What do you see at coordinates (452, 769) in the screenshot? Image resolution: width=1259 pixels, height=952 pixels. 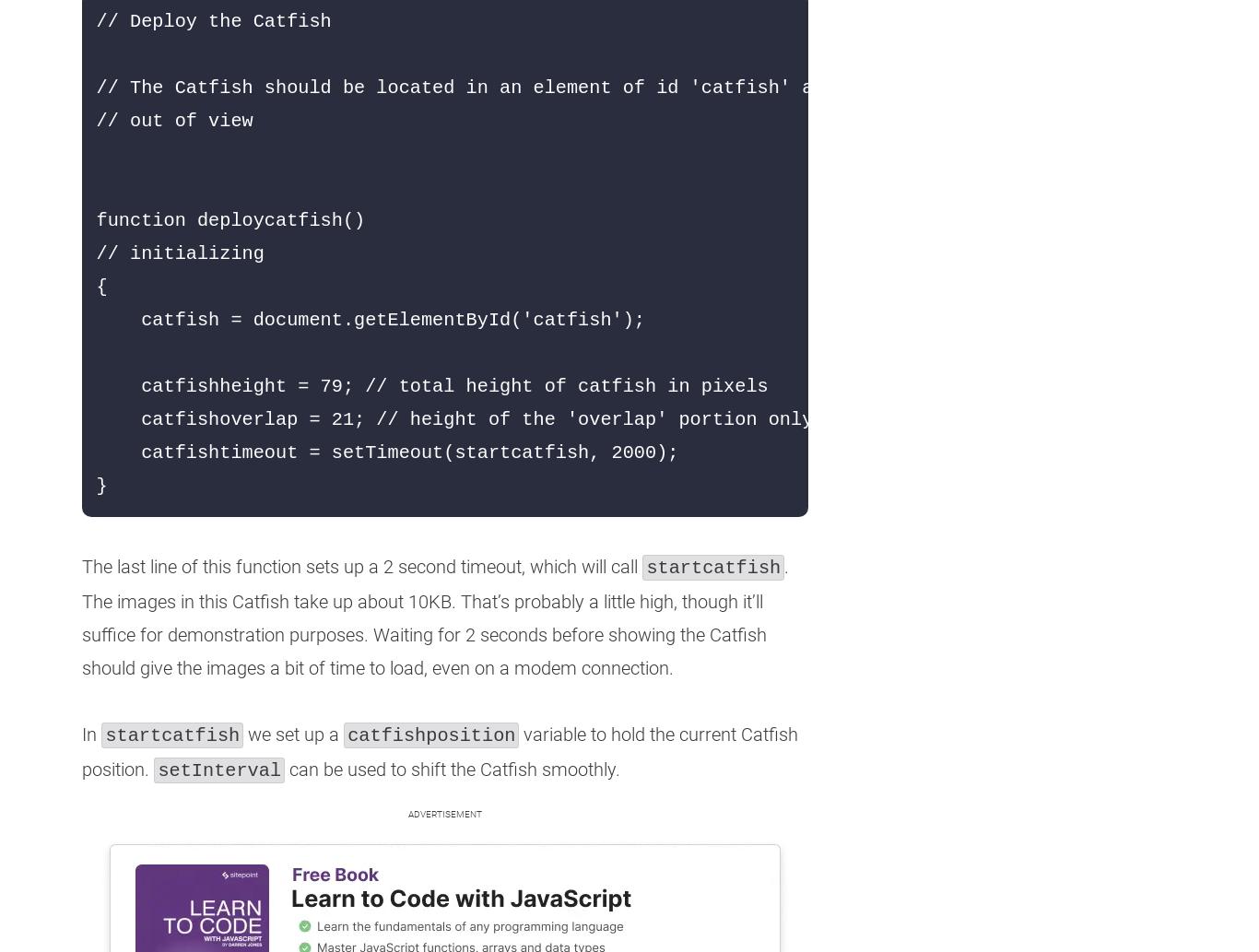 I see `'can be used to shift the Catfish smoothly.'` at bounding box center [452, 769].